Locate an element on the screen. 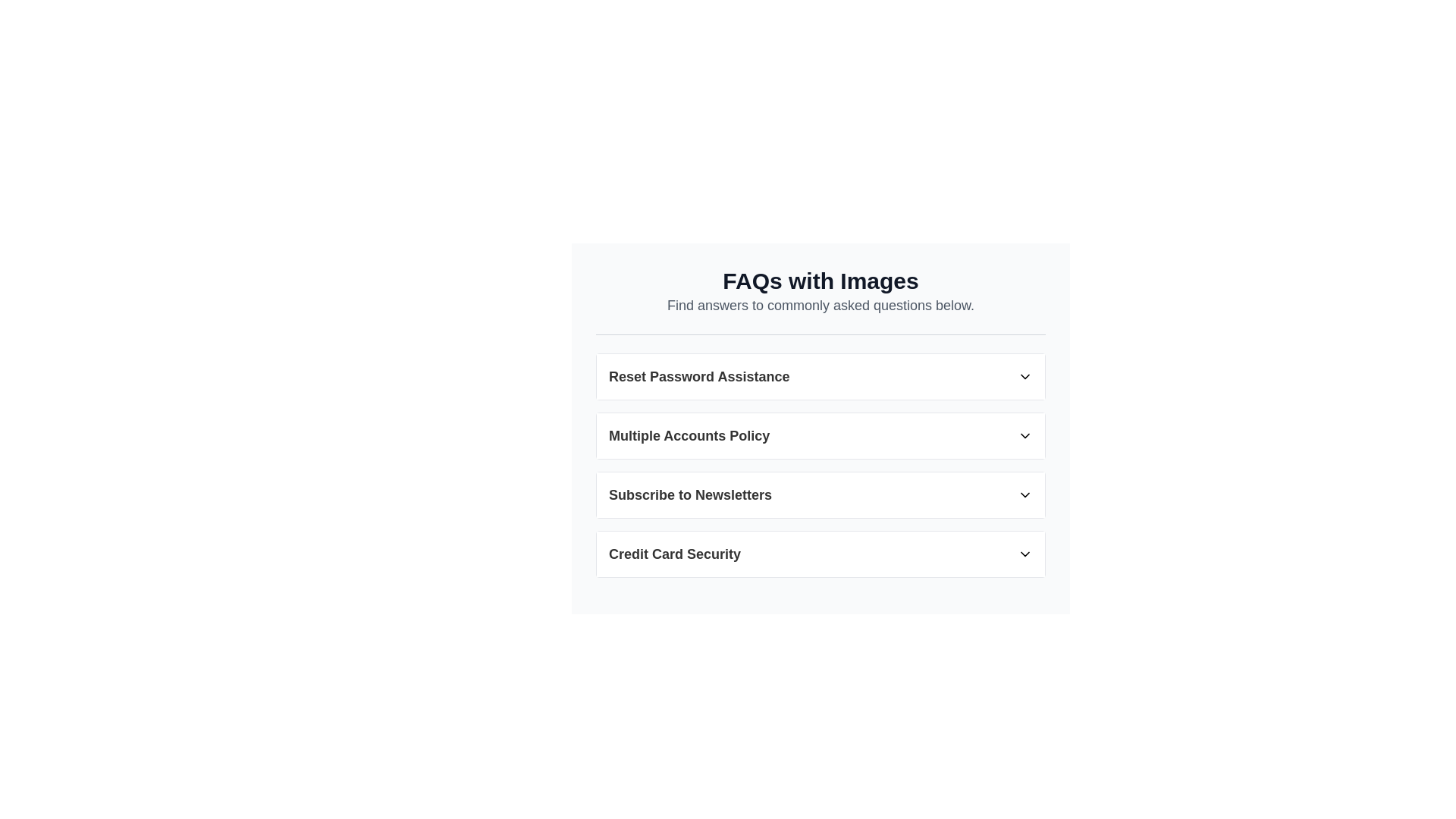 The height and width of the screenshot is (819, 1456). descriptive text block that says 'Find answers to commonly asked questions below.', which is styled in a smaller font and positioned below the 'FAQs with Images' heading is located at coordinates (820, 305).